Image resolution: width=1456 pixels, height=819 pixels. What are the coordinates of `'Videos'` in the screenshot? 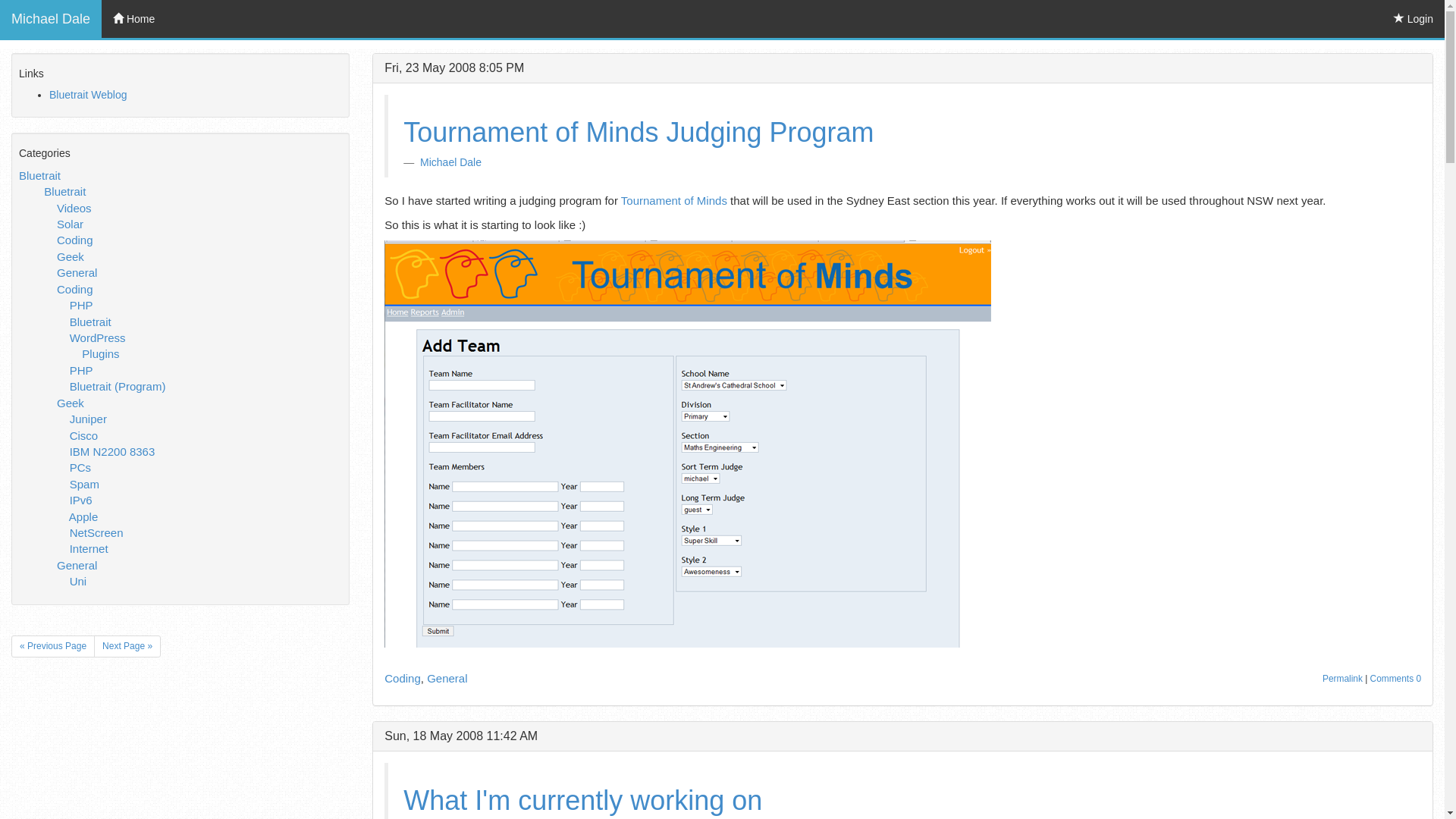 It's located at (73, 208).